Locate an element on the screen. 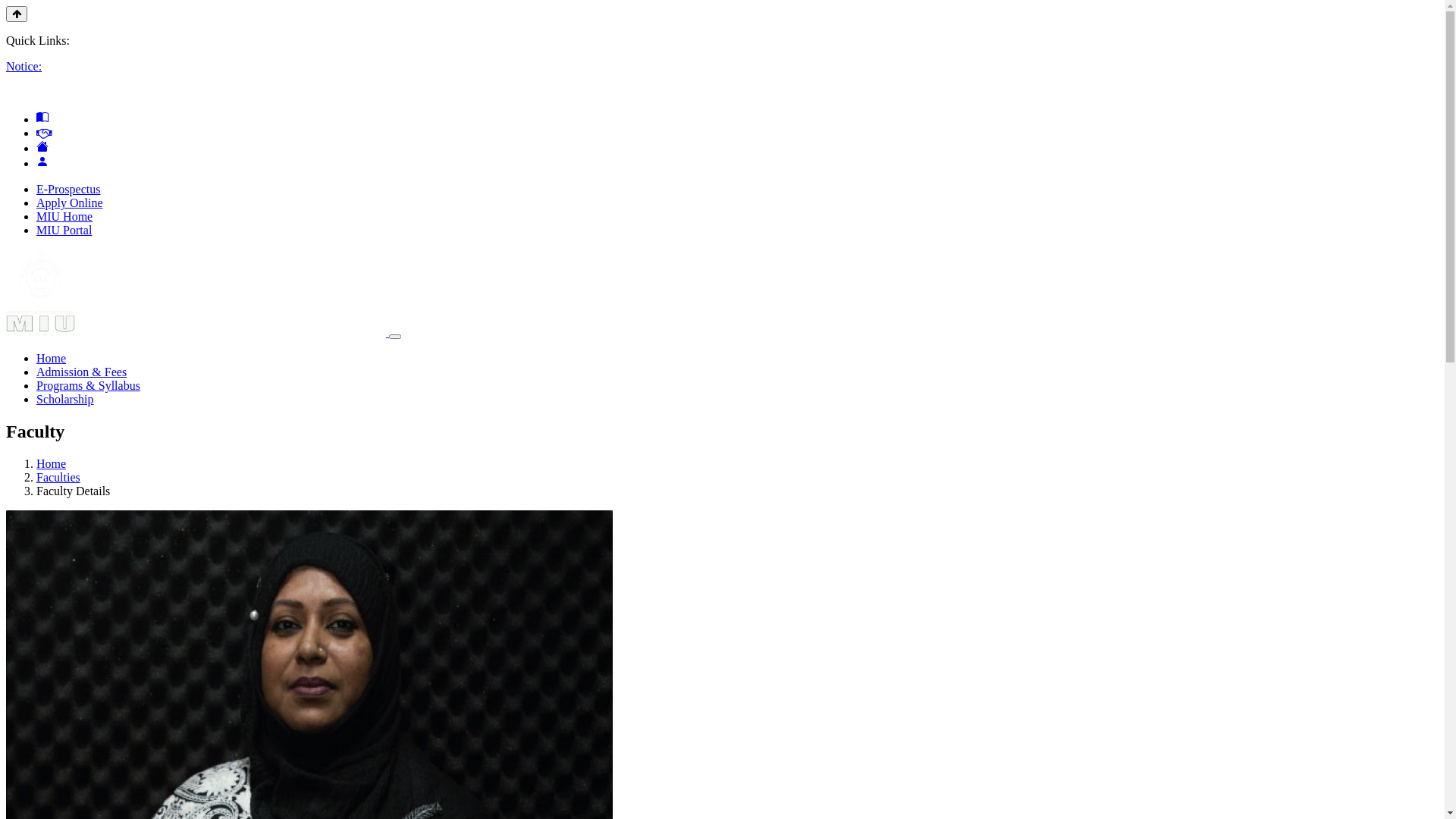 The height and width of the screenshot is (819, 1456). 'Apply Online' is located at coordinates (68, 202).